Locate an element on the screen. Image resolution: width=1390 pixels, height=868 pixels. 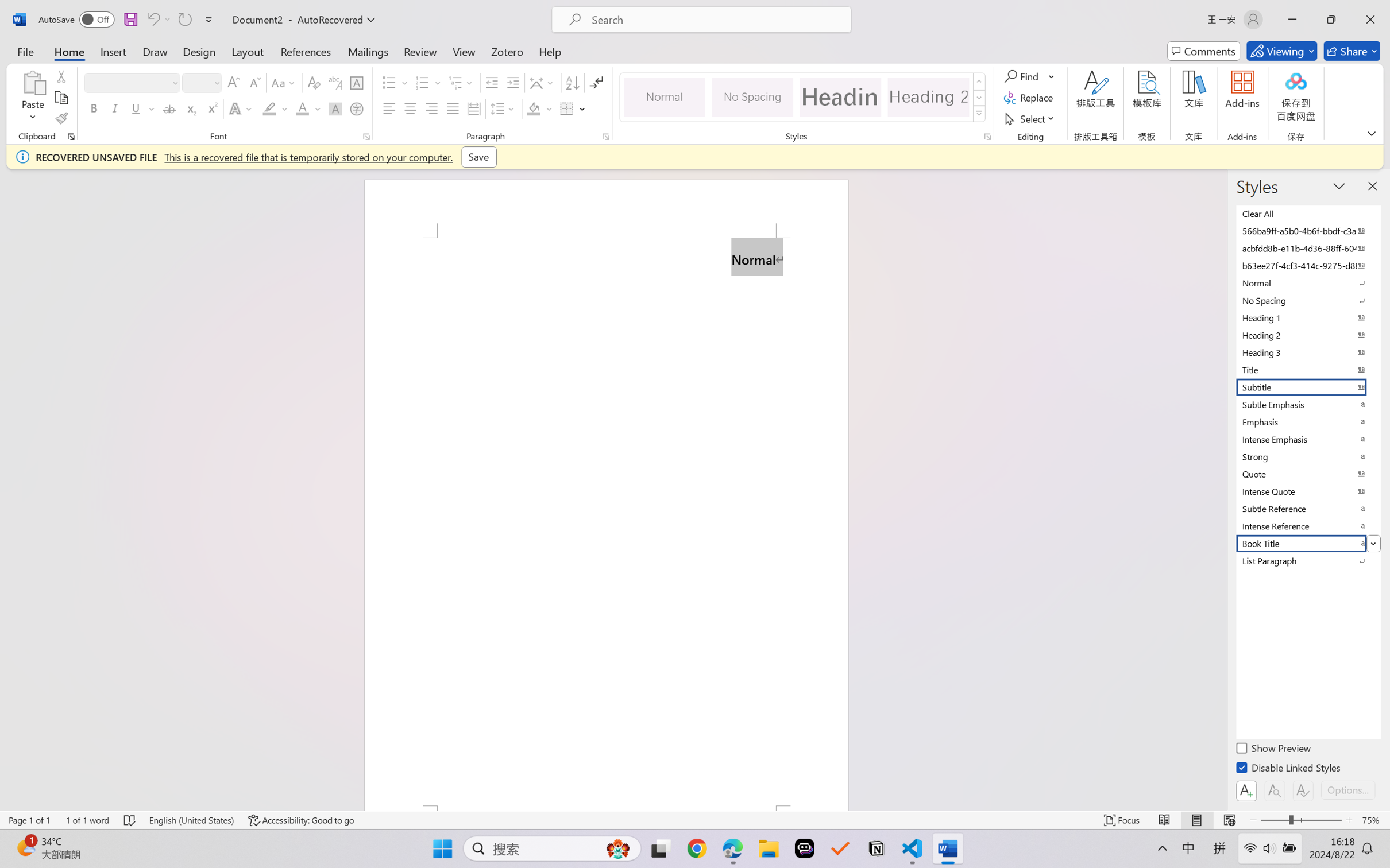
'Clear Formatting' is located at coordinates (313, 83).